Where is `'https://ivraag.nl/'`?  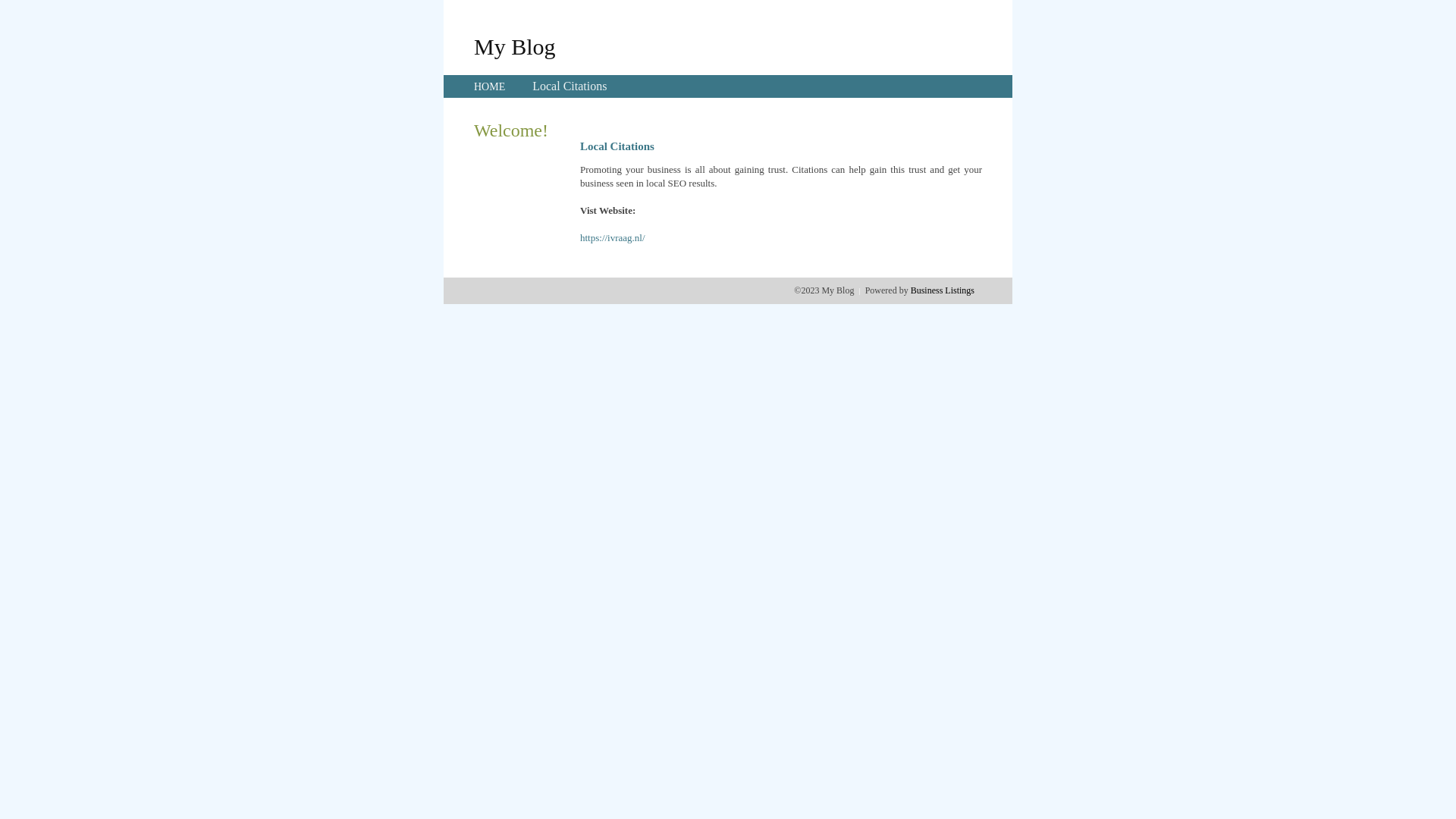
'https://ivraag.nl/' is located at coordinates (579, 237).